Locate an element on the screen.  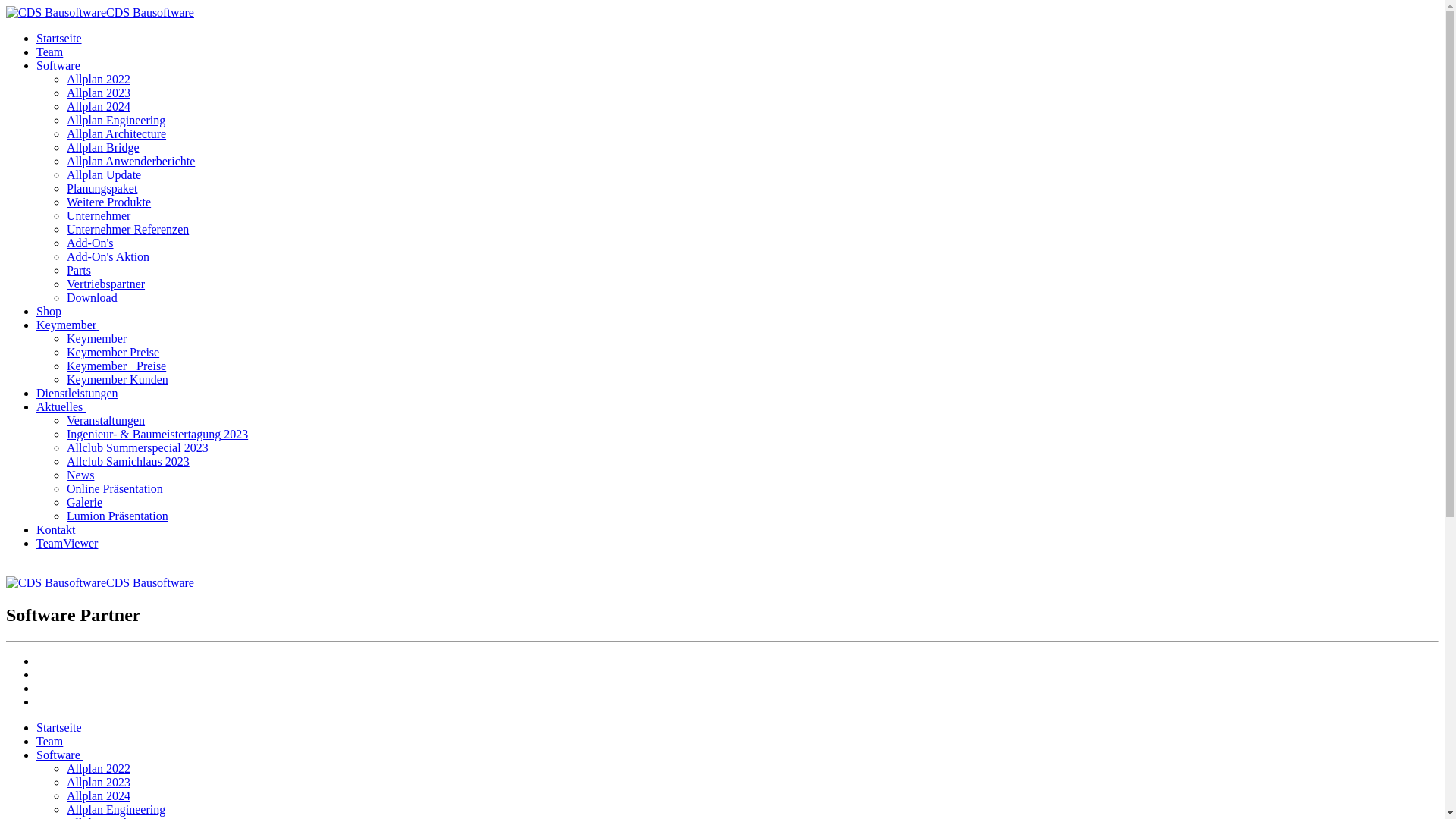
'Startseite' is located at coordinates (36, 726).